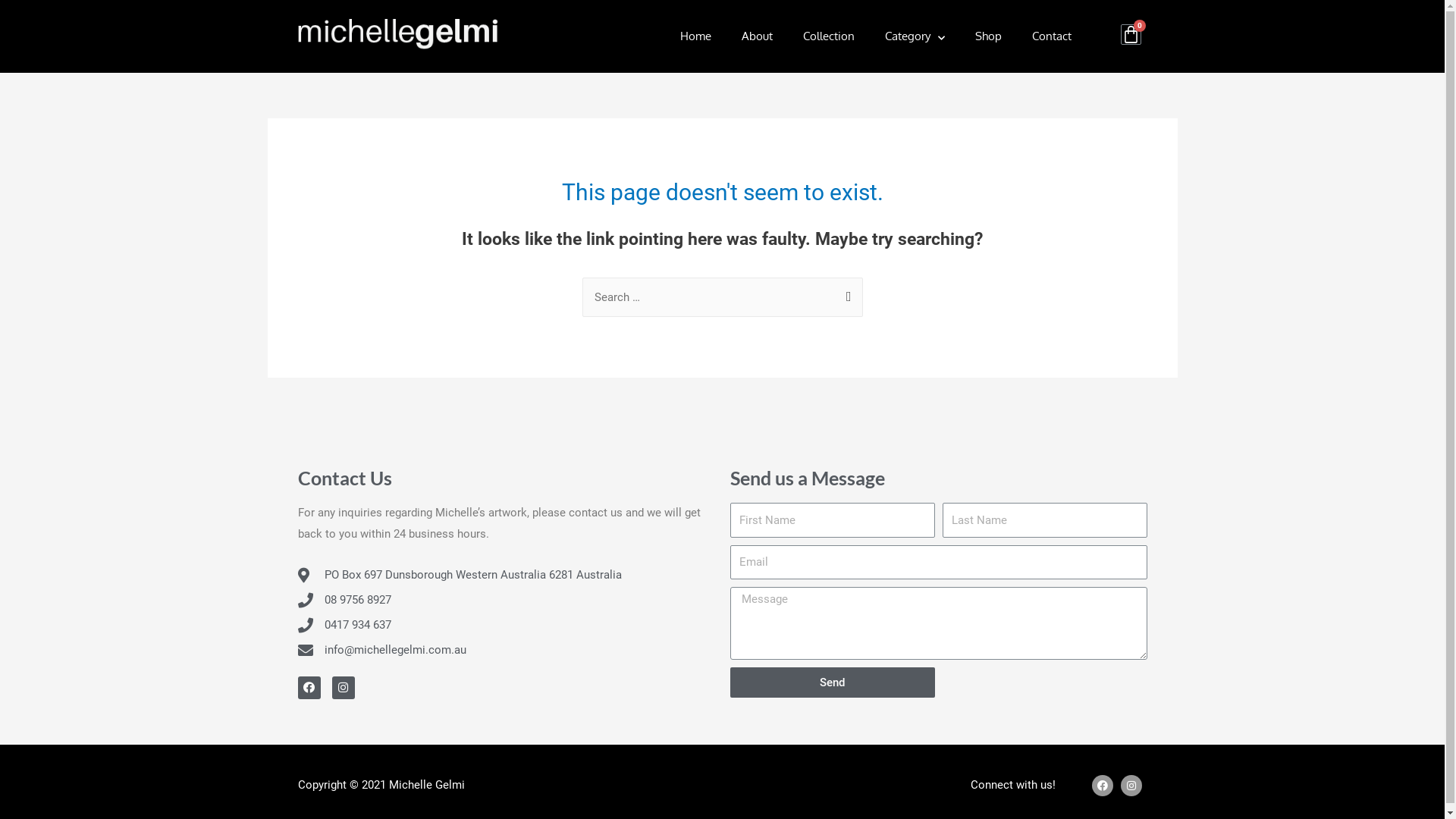 Image resolution: width=1456 pixels, height=819 pixels. I want to click on 'Contact', so click(1051, 35).